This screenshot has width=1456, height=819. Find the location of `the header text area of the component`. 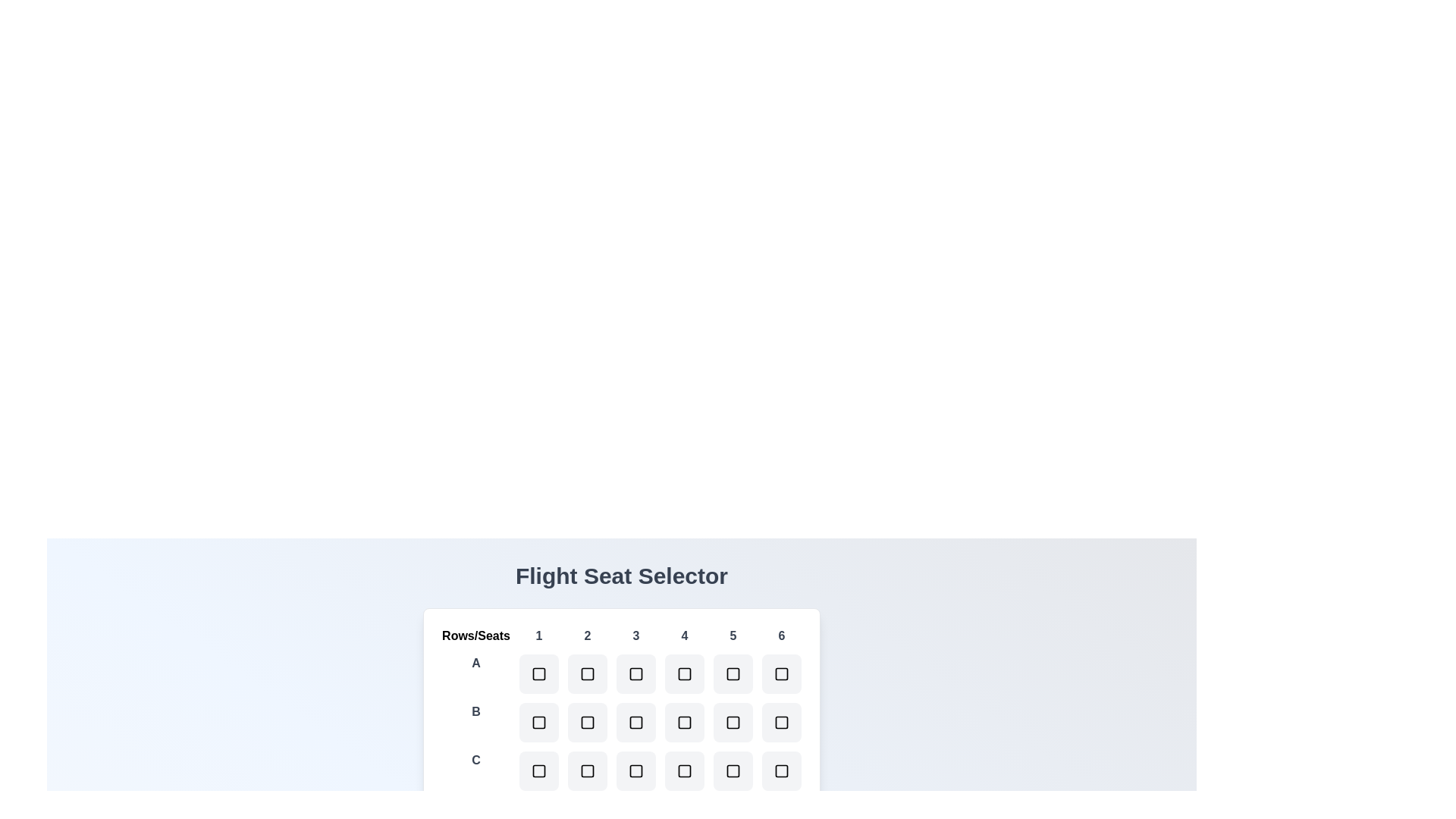

the header text area of the component is located at coordinates (622, 576).